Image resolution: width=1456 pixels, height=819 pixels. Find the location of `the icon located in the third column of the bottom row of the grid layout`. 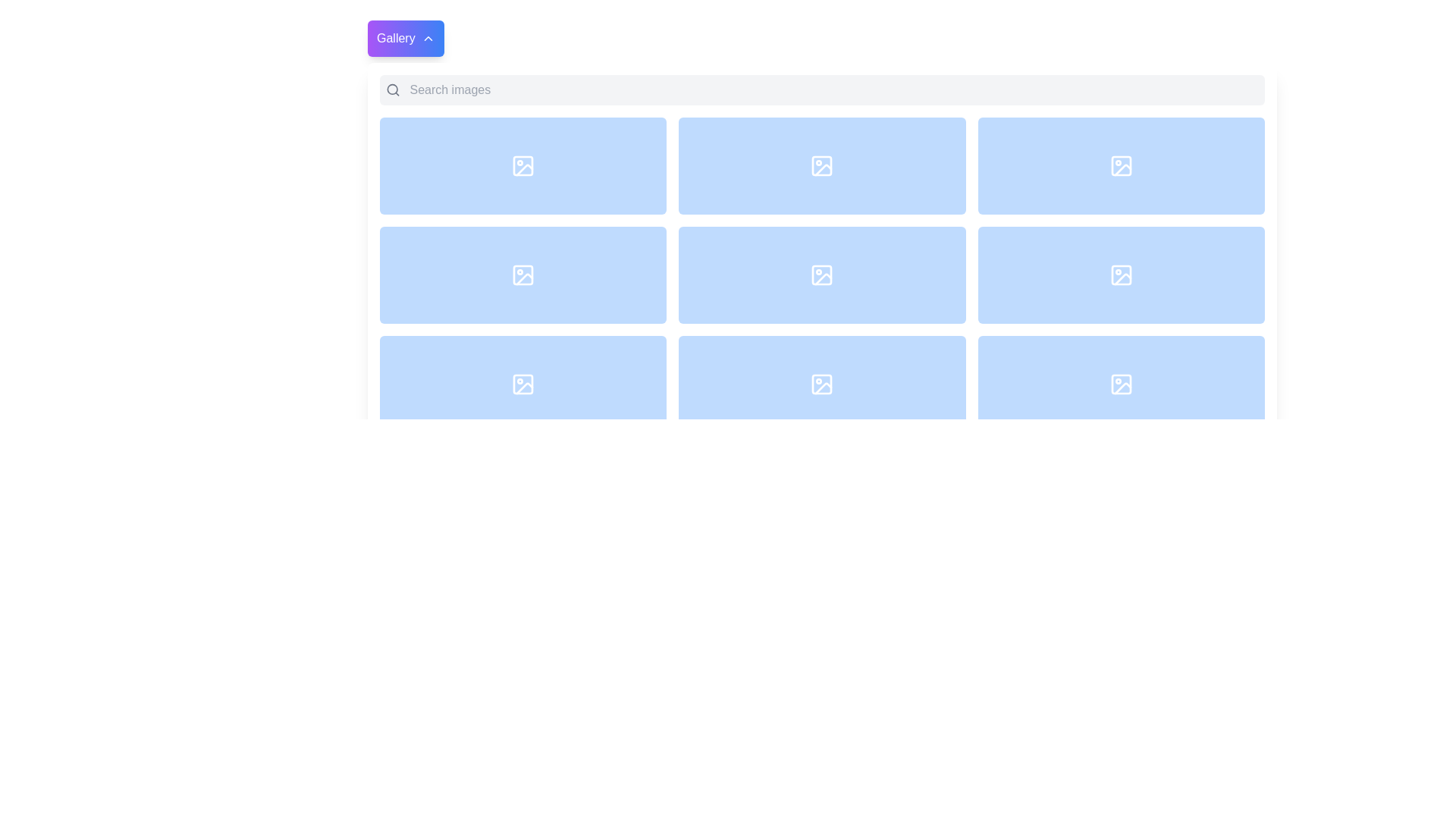

the icon located in the third column of the bottom row of the grid layout is located at coordinates (523, 383).